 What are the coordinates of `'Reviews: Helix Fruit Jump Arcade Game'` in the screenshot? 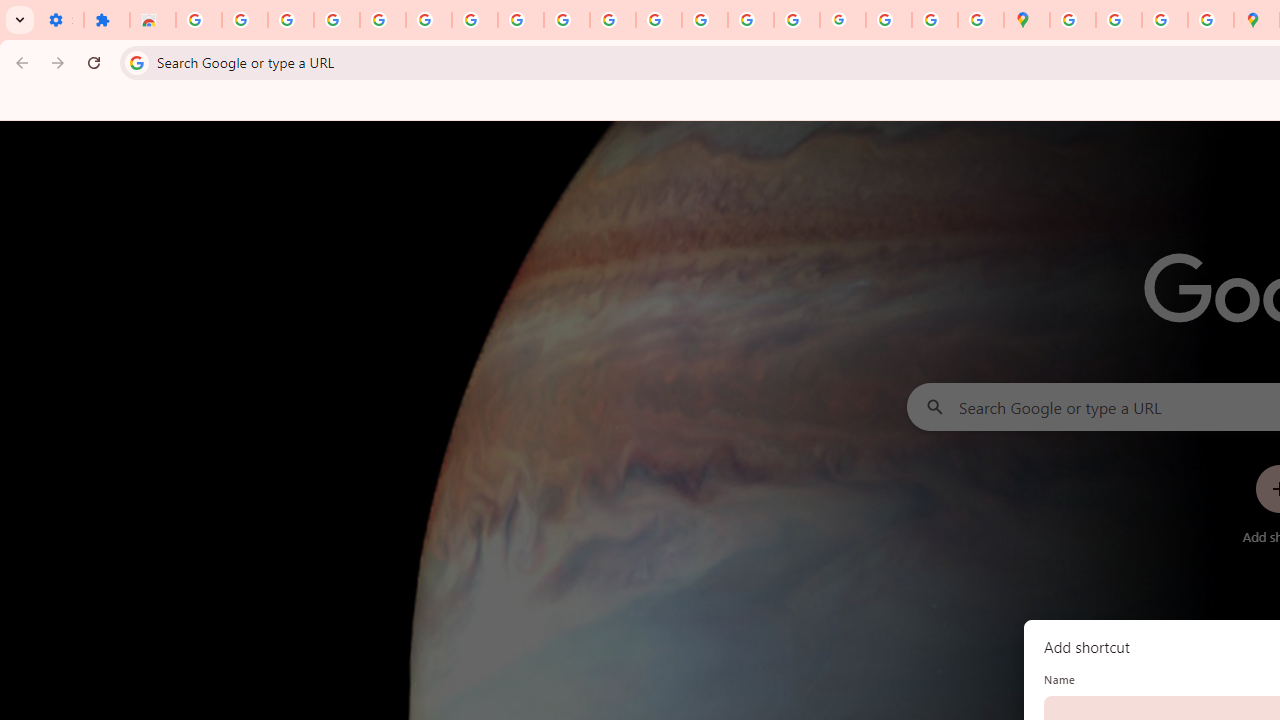 It's located at (152, 20).